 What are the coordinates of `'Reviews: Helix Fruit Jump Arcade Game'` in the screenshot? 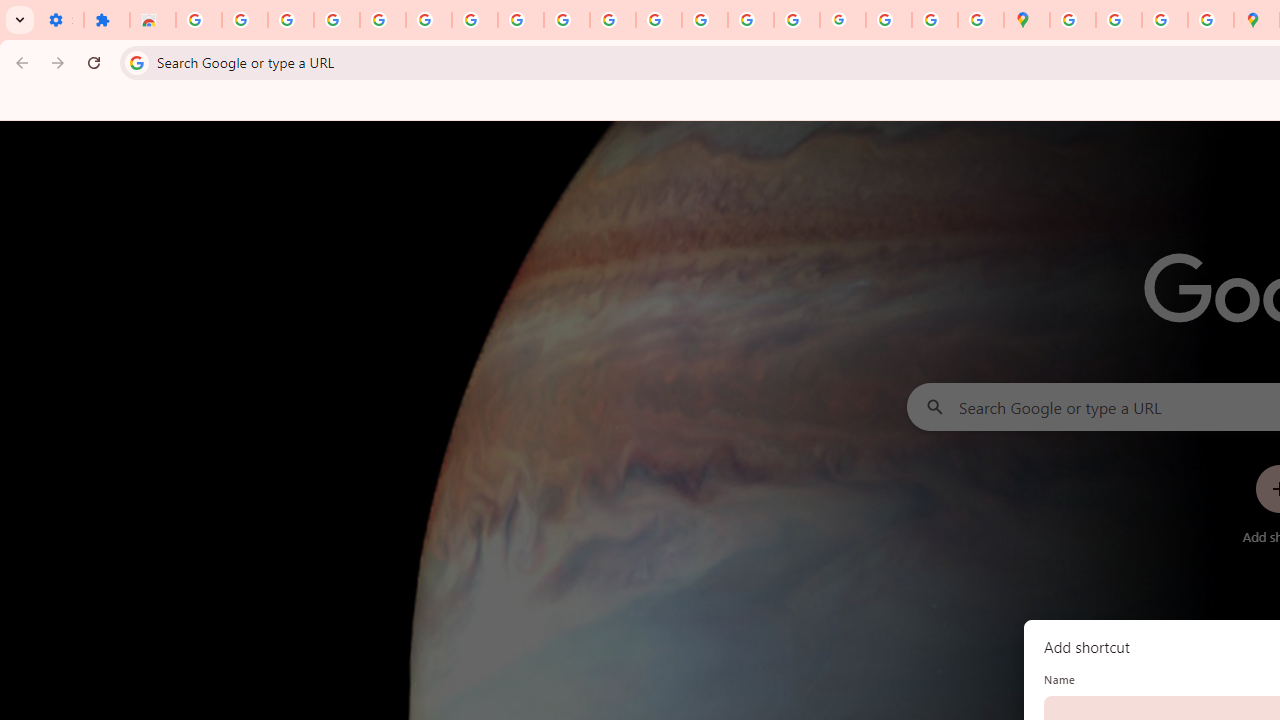 It's located at (152, 20).